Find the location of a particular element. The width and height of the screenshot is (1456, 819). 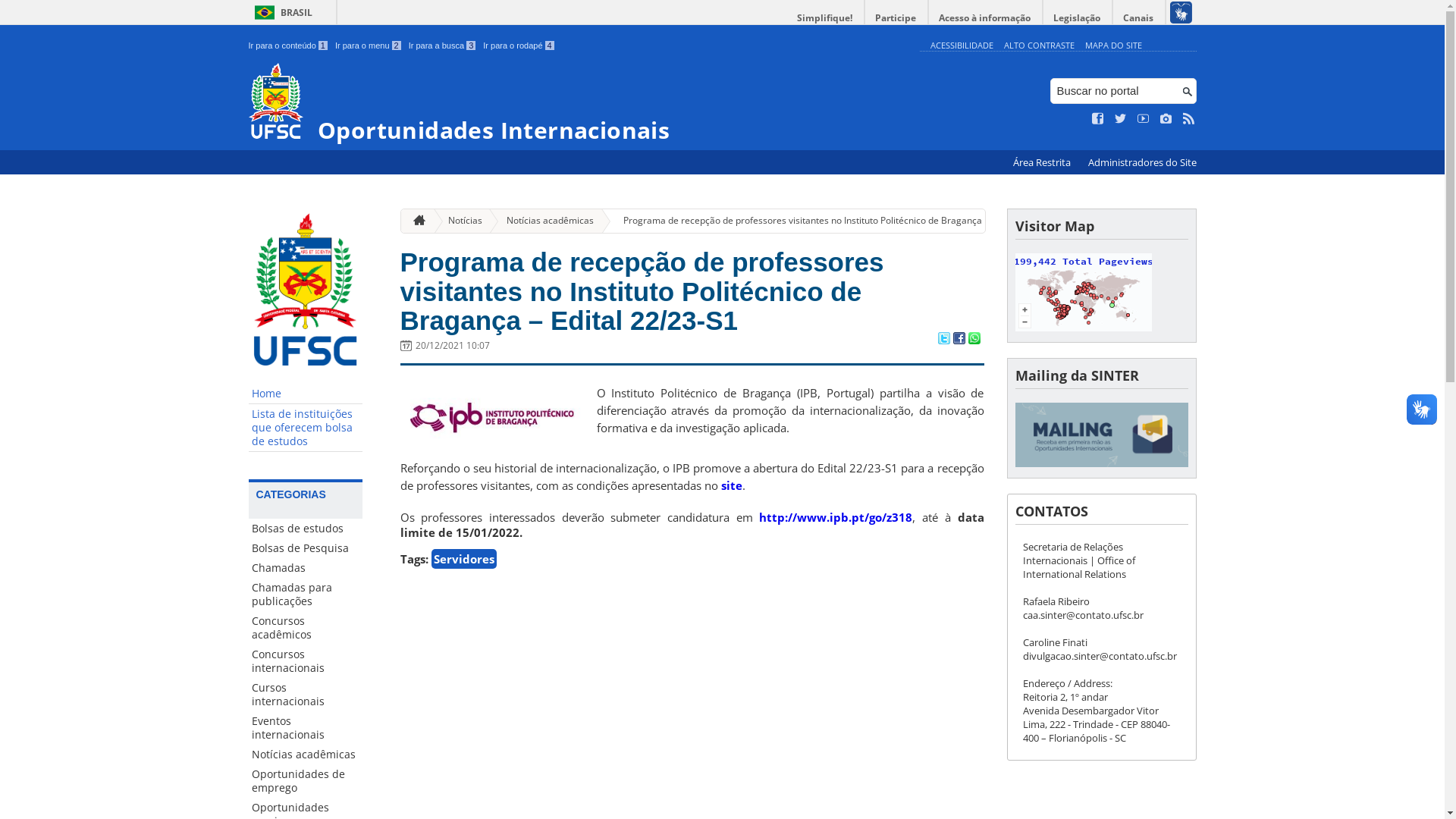

'ACESSIBILIDADE' is located at coordinates (960, 44).